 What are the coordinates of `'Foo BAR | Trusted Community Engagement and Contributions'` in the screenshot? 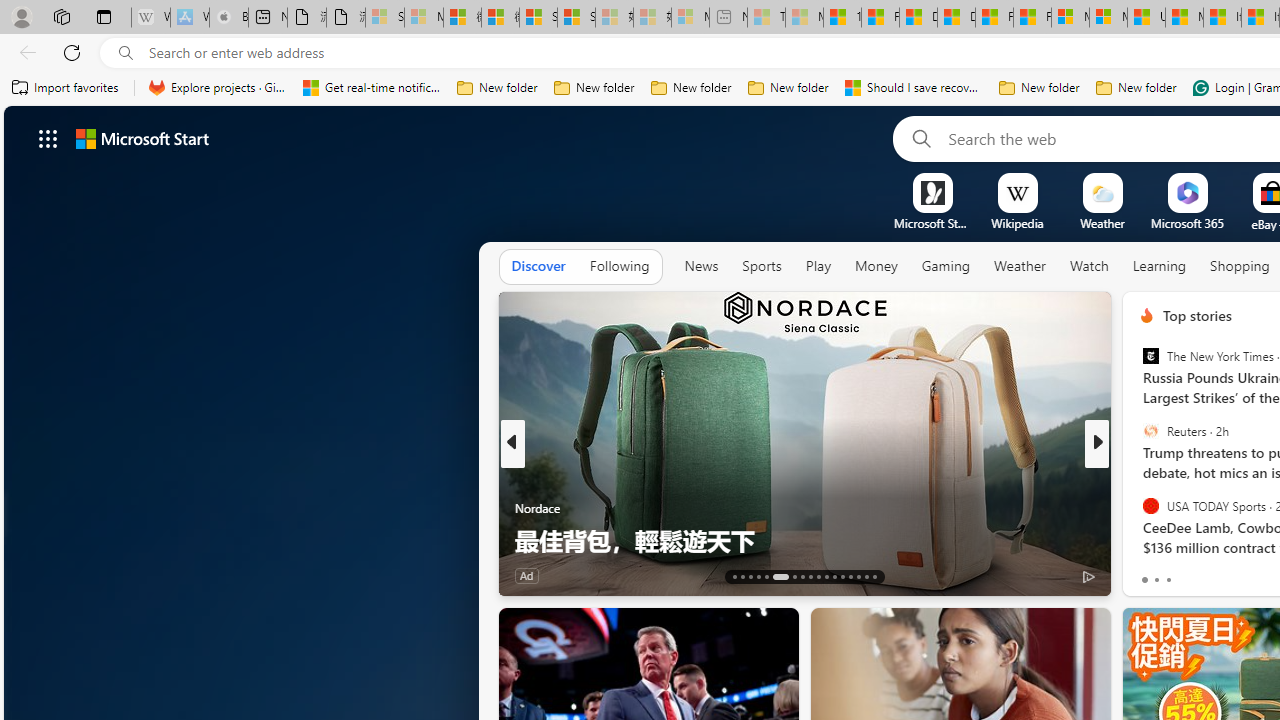 It's located at (1032, 17).